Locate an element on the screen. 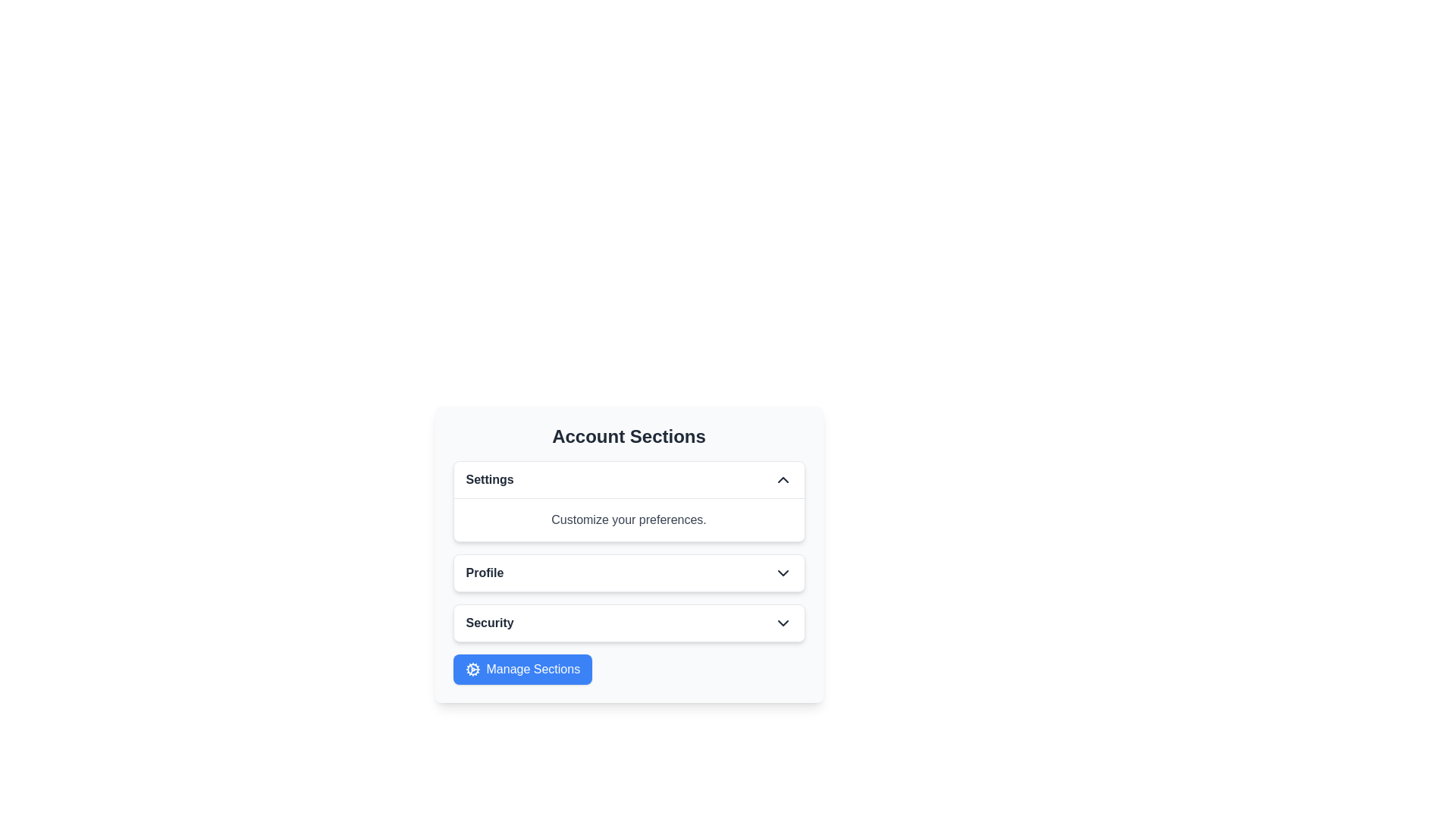 This screenshot has width=1456, height=819. the button located in the 'Account Sections' section, below 'Settings', 'Profile', and 'Security' is located at coordinates (522, 669).